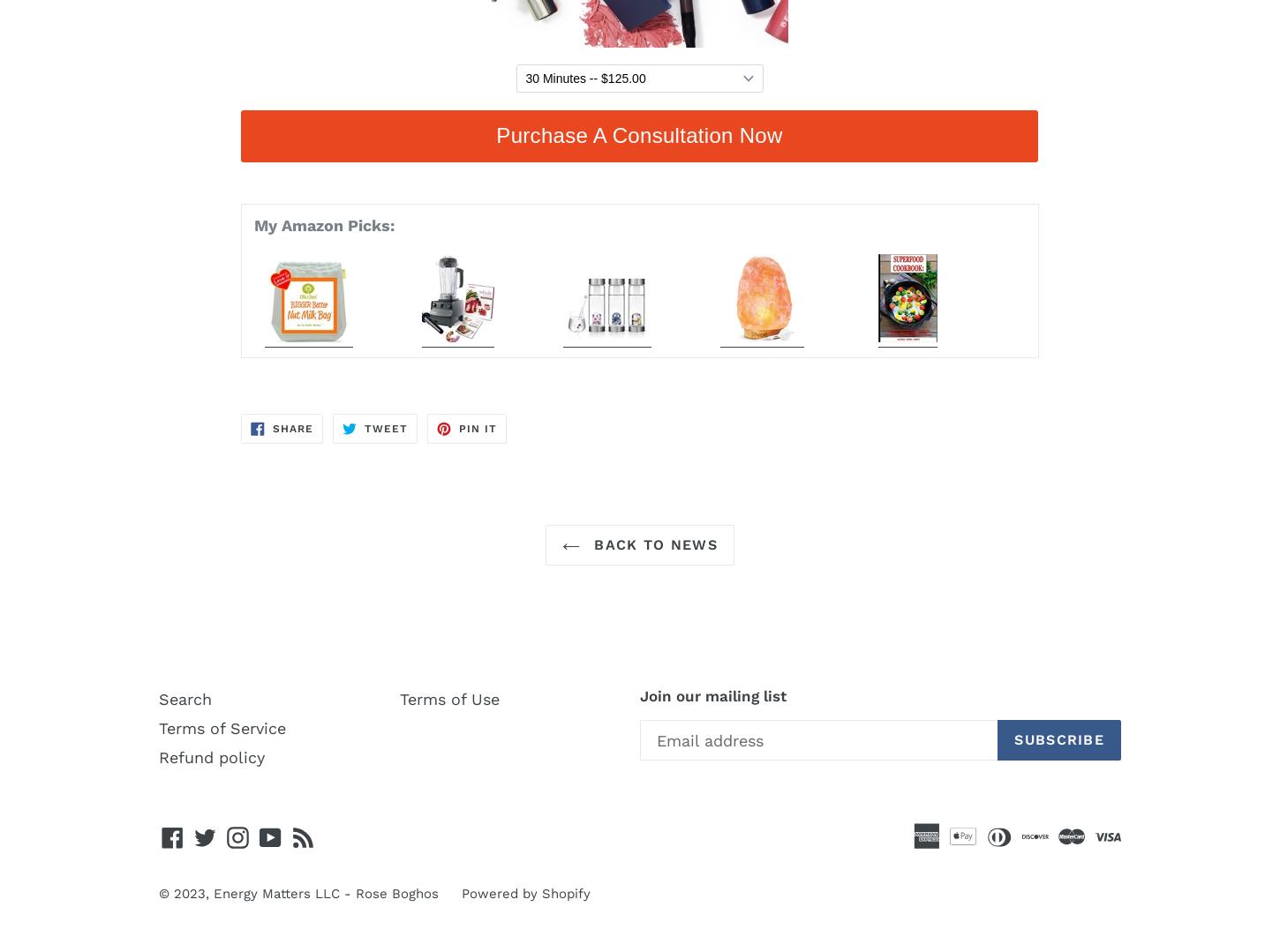  I want to click on 'Search', so click(157, 697).